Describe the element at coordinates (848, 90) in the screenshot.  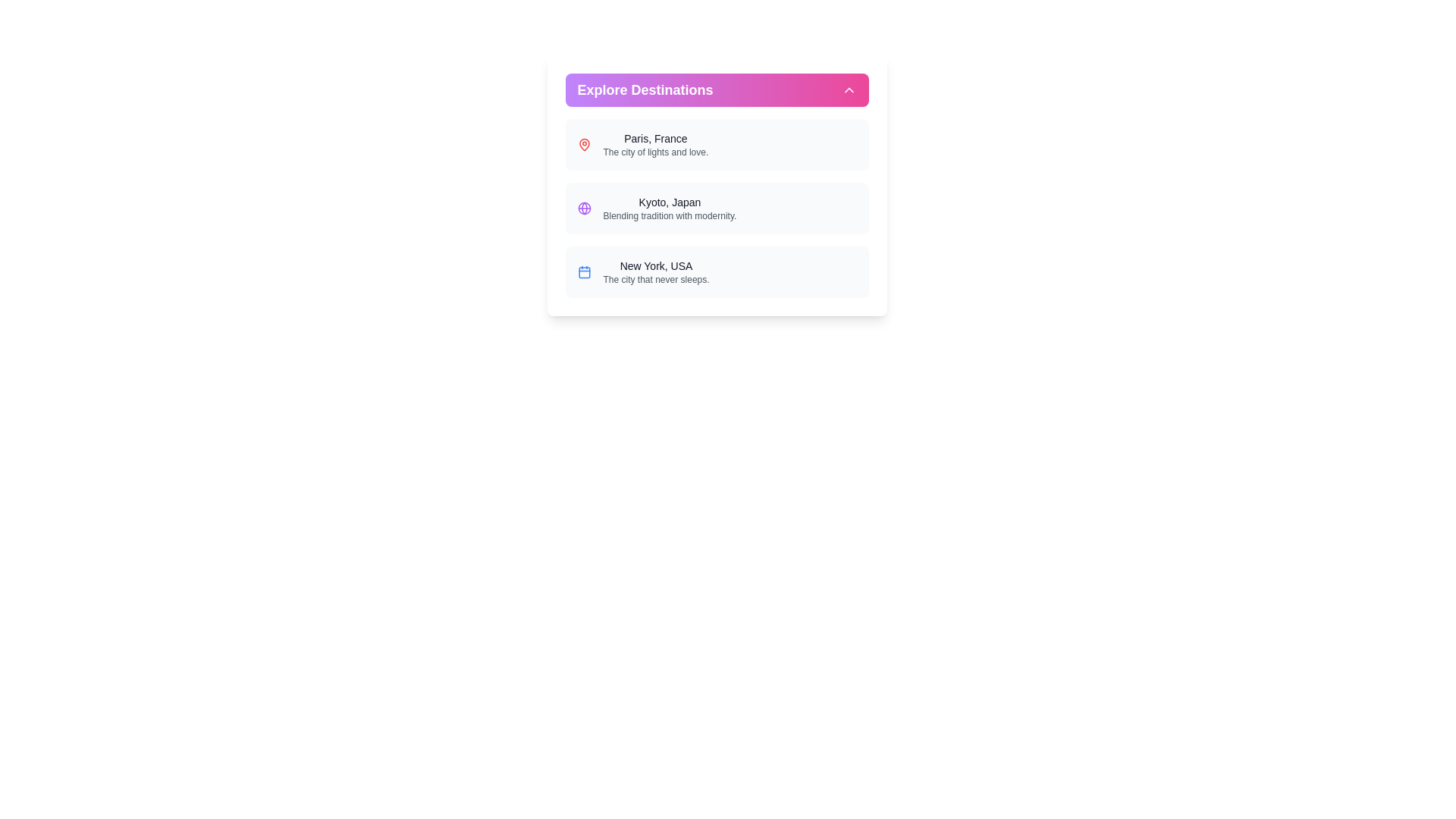
I see `the interactive upward-pointing chevron icon located in the top gradient banner titled 'Explore Destinations'` at that location.